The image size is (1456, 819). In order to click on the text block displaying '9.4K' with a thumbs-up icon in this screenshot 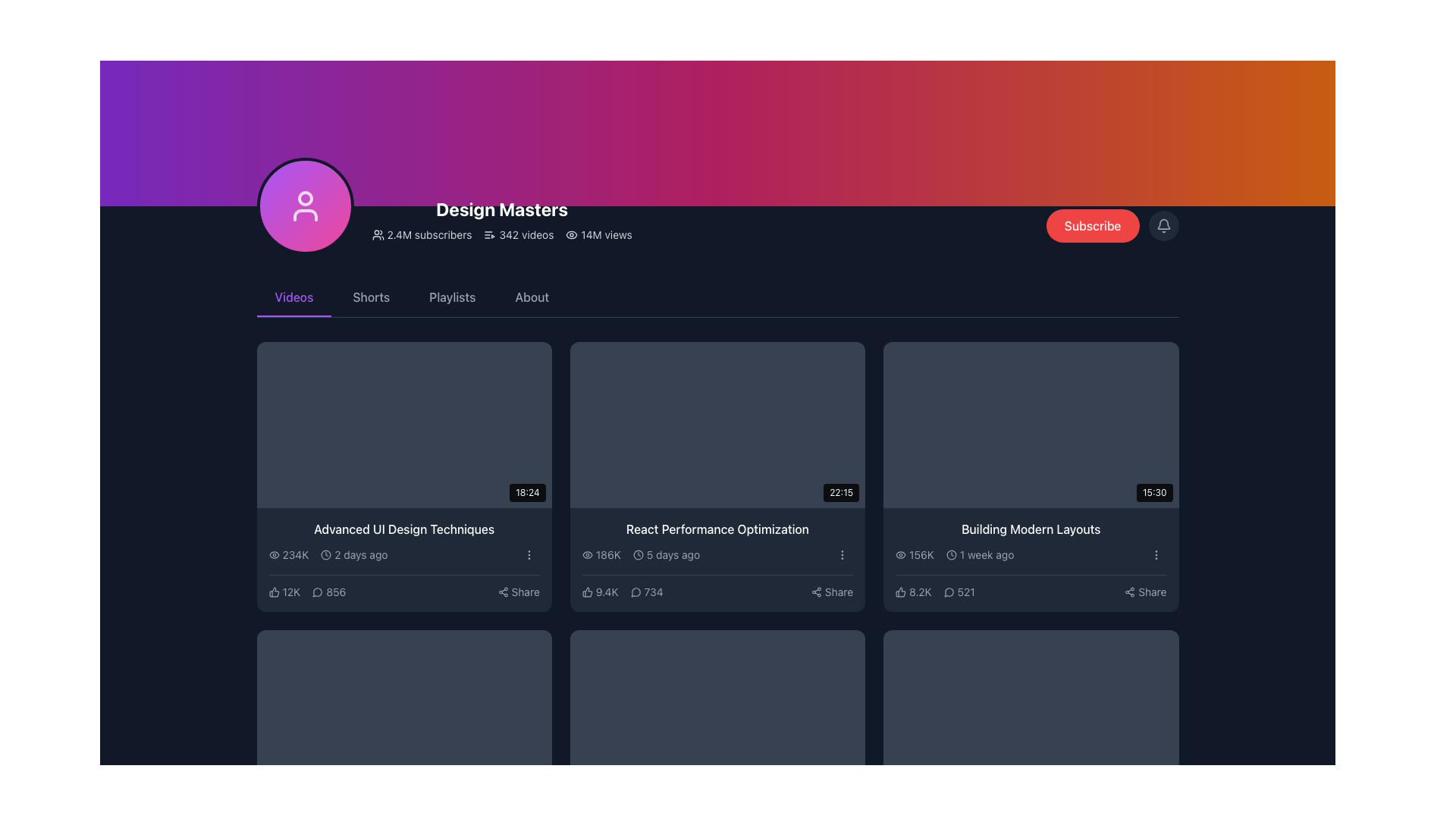, I will do `click(599, 591)`.